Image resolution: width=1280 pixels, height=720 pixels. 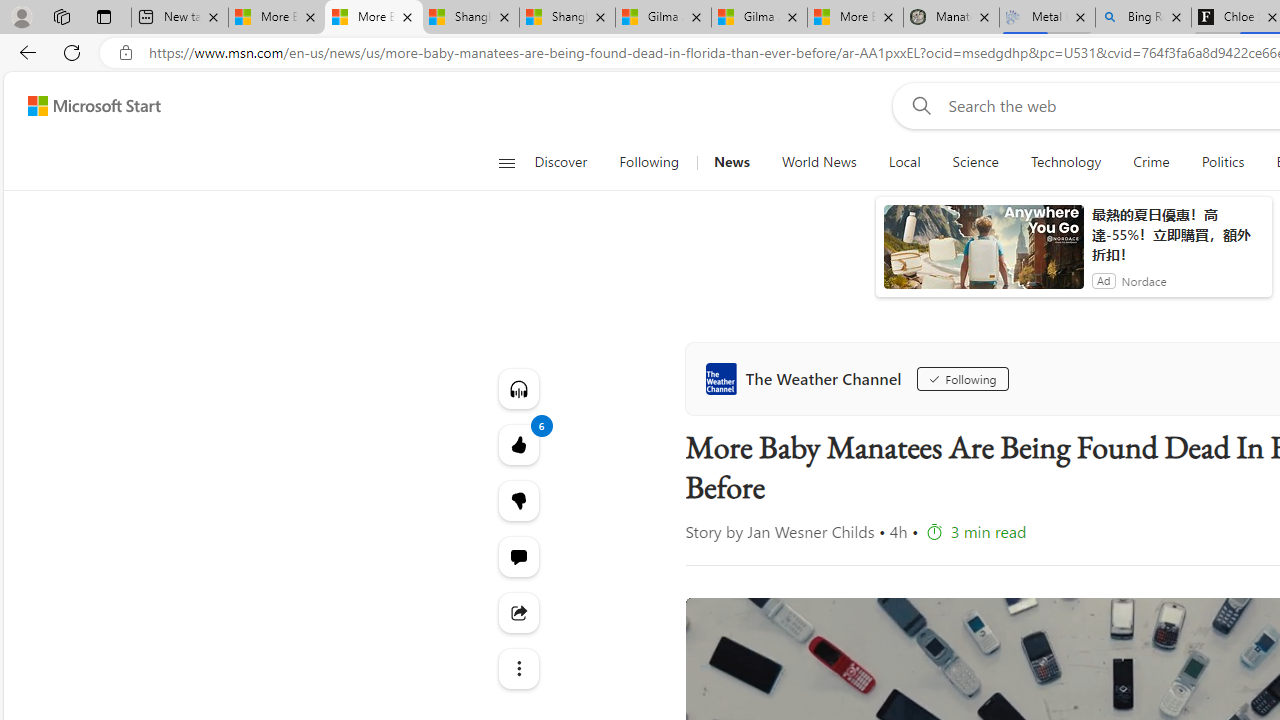 What do you see at coordinates (518, 499) in the screenshot?
I see `'More like this6Fewer like thisStart the conversation'` at bounding box center [518, 499].